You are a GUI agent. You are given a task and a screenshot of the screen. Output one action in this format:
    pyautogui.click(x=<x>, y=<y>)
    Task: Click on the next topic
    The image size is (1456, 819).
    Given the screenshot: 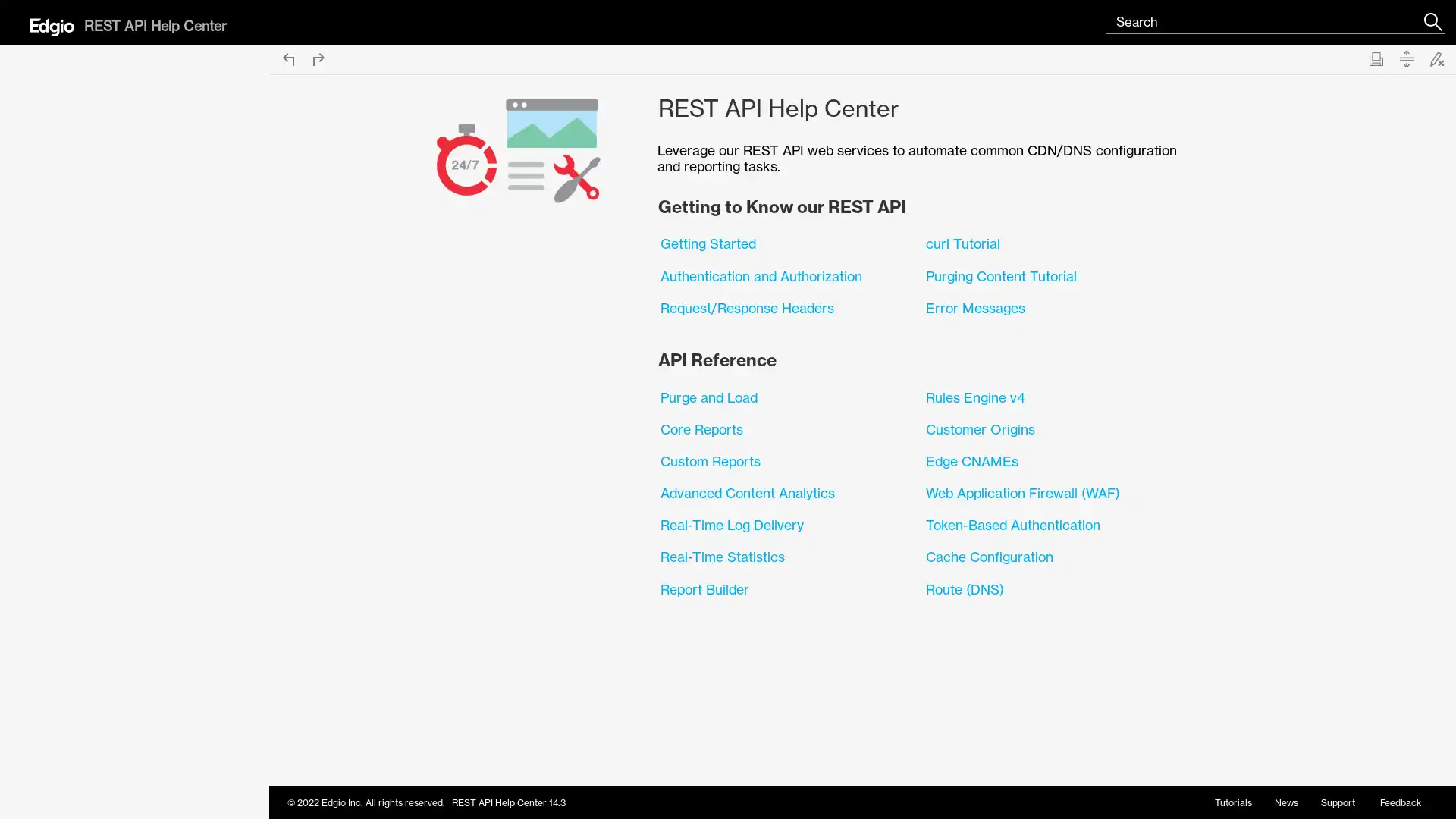 What is the action you would take?
    pyautogui.click(x=318, y=58)
    